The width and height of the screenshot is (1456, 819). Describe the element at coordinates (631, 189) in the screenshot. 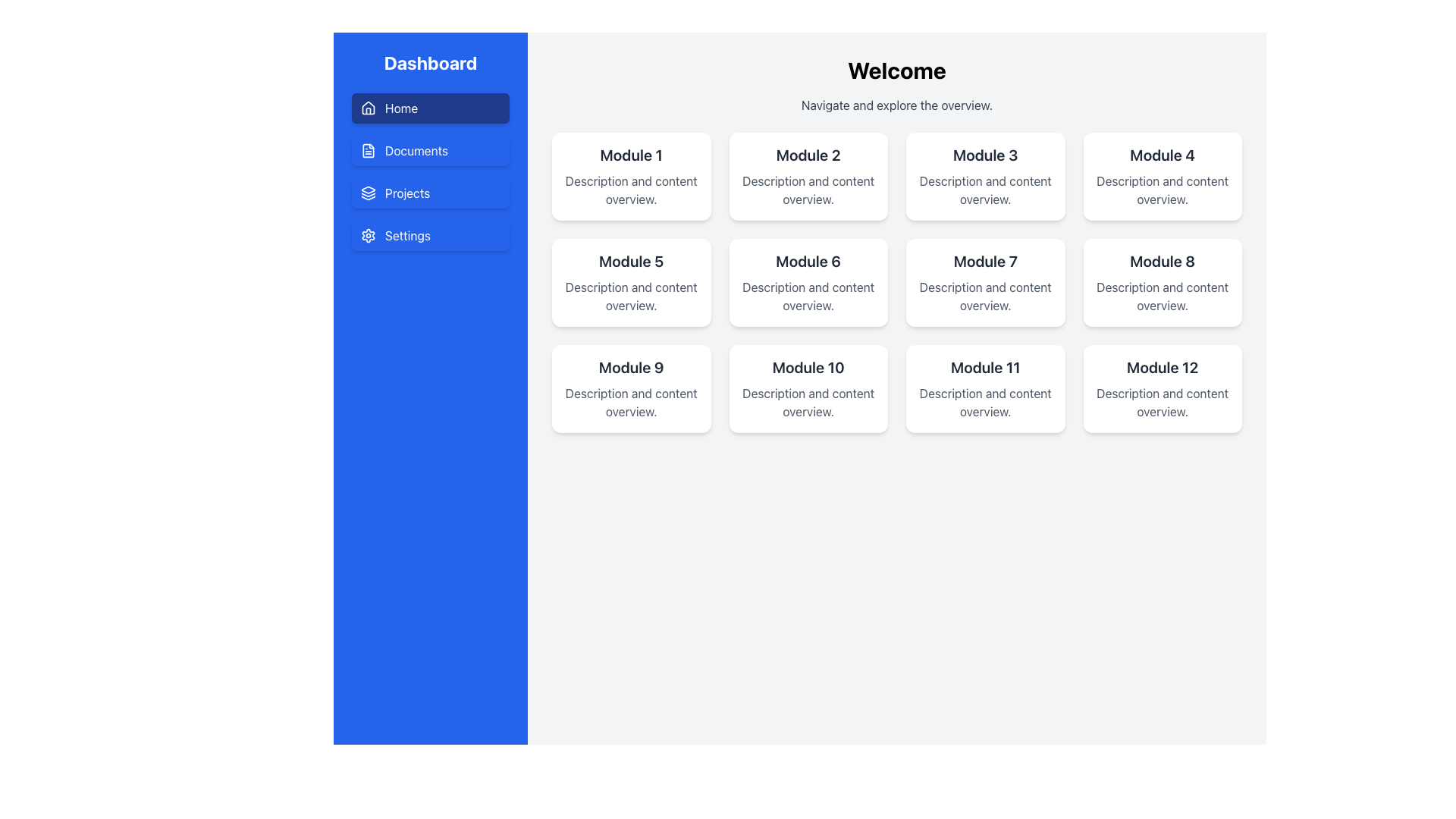

I see `the text content label element that displays 'Description and content overview.' below the title 'Module 1' in a light gray color` at that location.